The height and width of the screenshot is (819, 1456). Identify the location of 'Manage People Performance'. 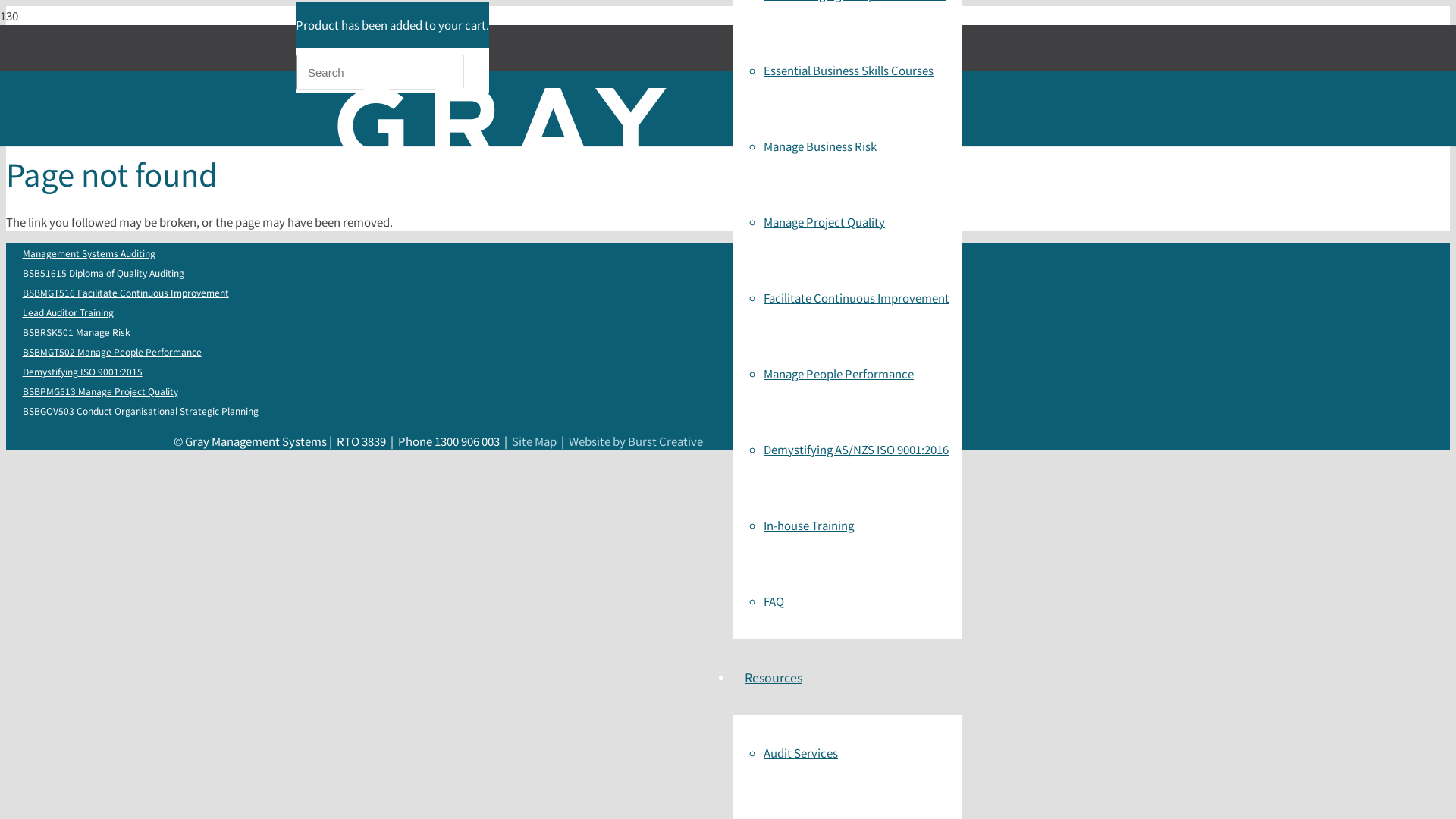
(837, 373).